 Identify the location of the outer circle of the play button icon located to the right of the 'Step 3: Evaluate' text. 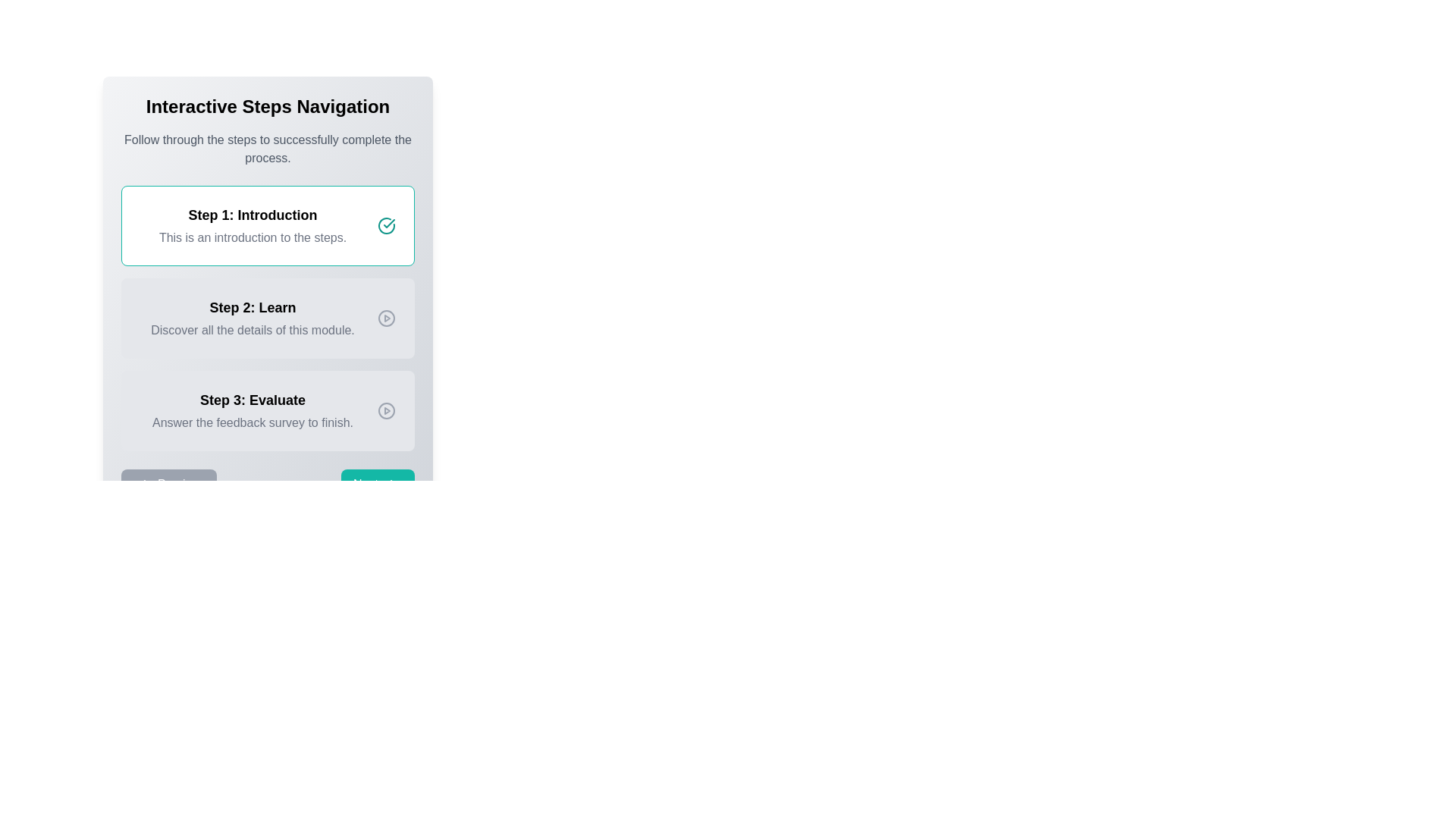
(386, 411).